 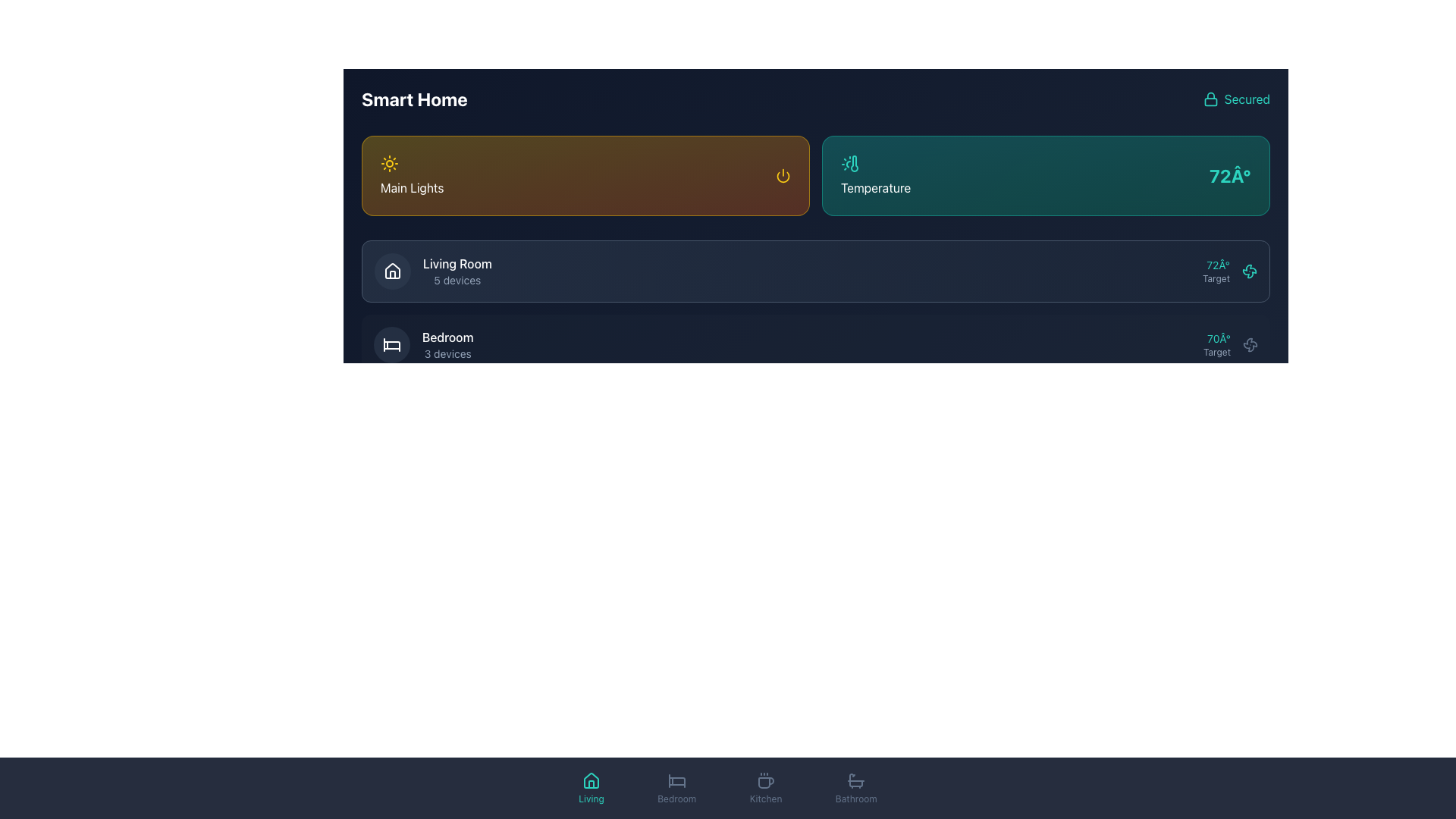 What do you see at coordinates (856, 798) in the screenshot?
I see `text label for the 'Bathroom' navigation button, which is located in the bottom navigation bar under the bathtub icon` at bounding box center [856, 798].